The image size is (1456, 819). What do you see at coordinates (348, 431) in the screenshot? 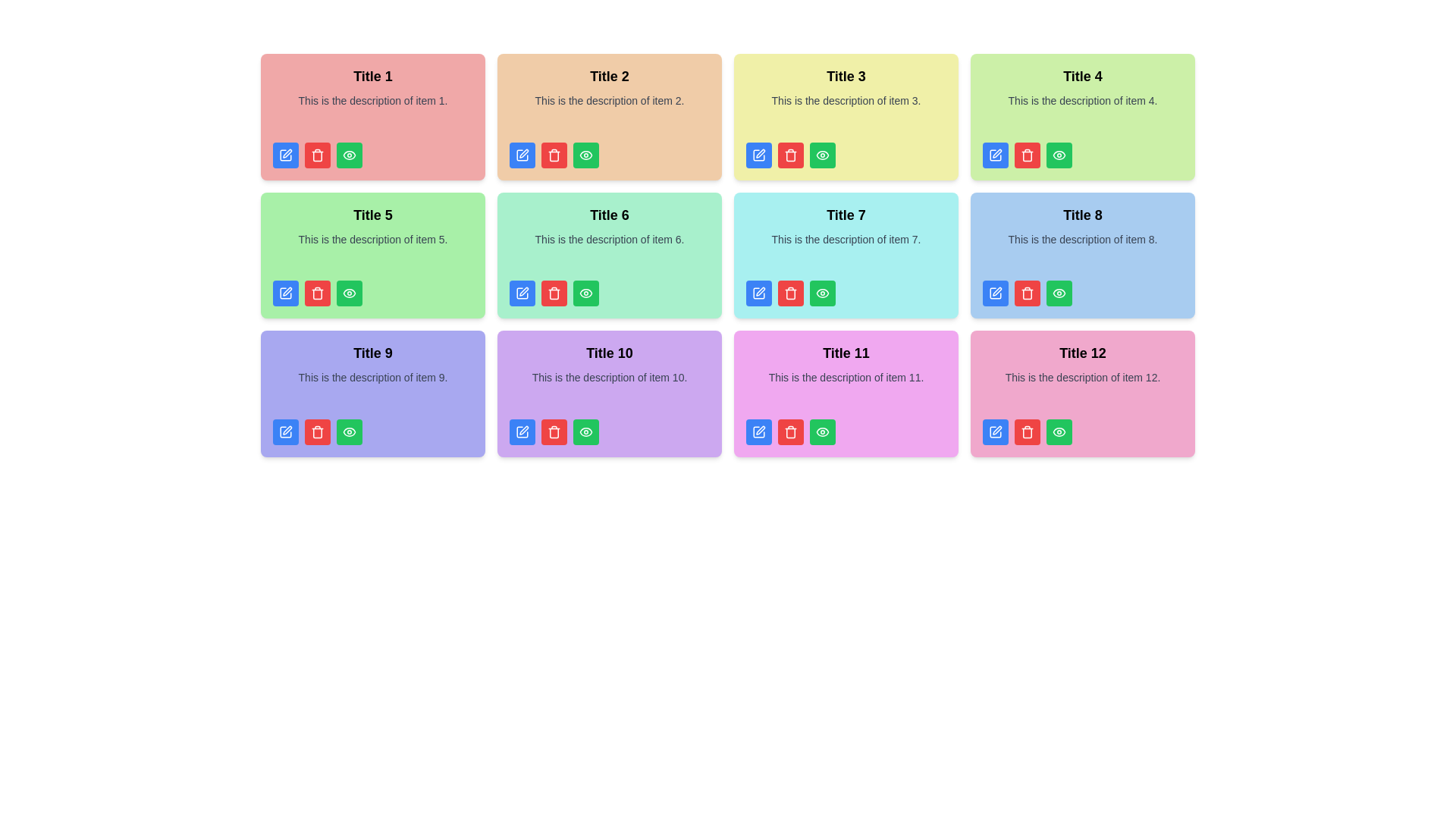
I see `the SVG-based eye symbol icon located at the bottom-right of the card titled 'Title 9'` at bounding box center [348, 431].